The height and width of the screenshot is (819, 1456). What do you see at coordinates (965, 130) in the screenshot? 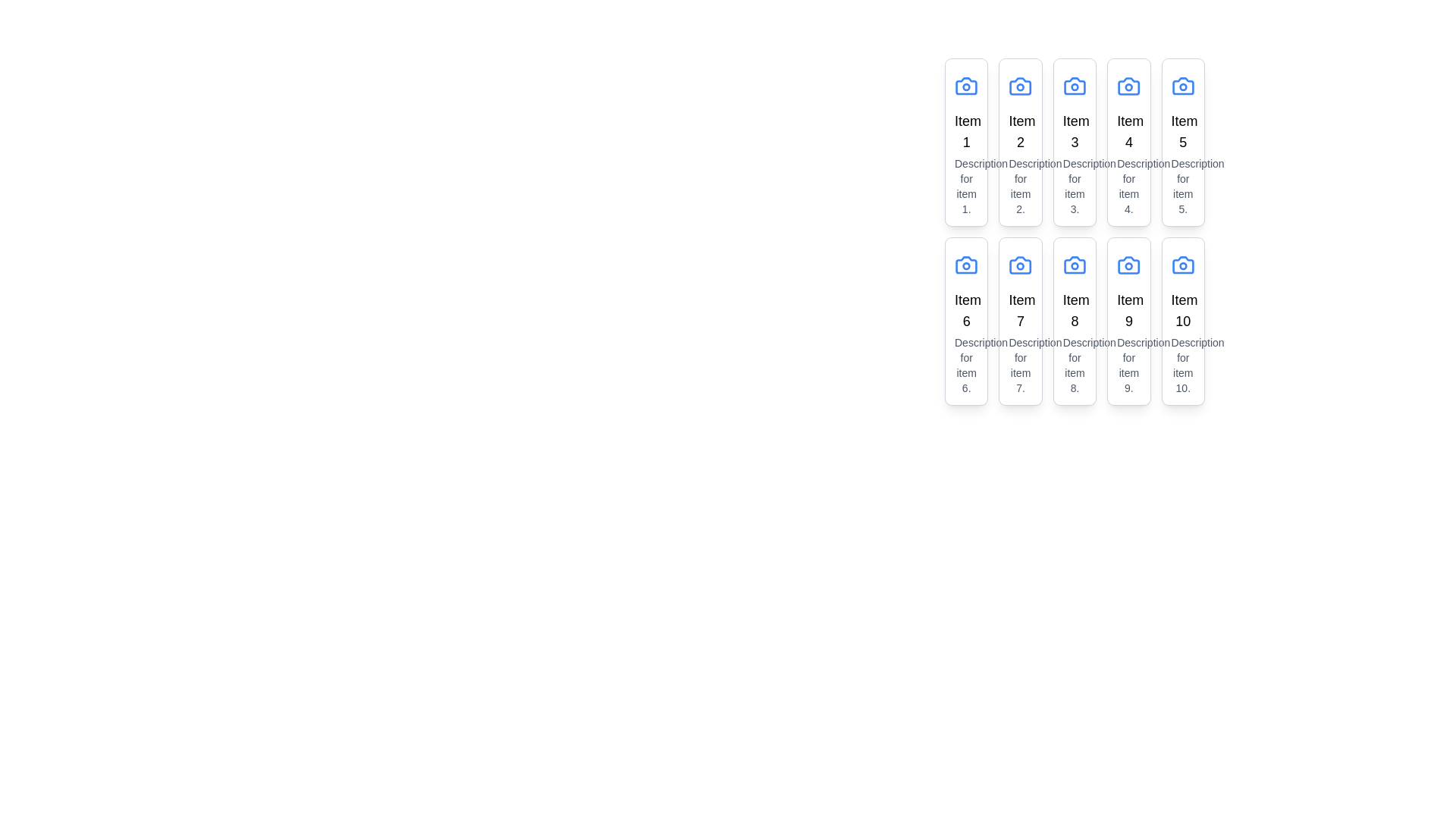
I see `the static text label displaying 'Item 1', which is prominently styled and positioned below an icon in the upper-left corner of the grid layout` at bounding box center [965, 130].